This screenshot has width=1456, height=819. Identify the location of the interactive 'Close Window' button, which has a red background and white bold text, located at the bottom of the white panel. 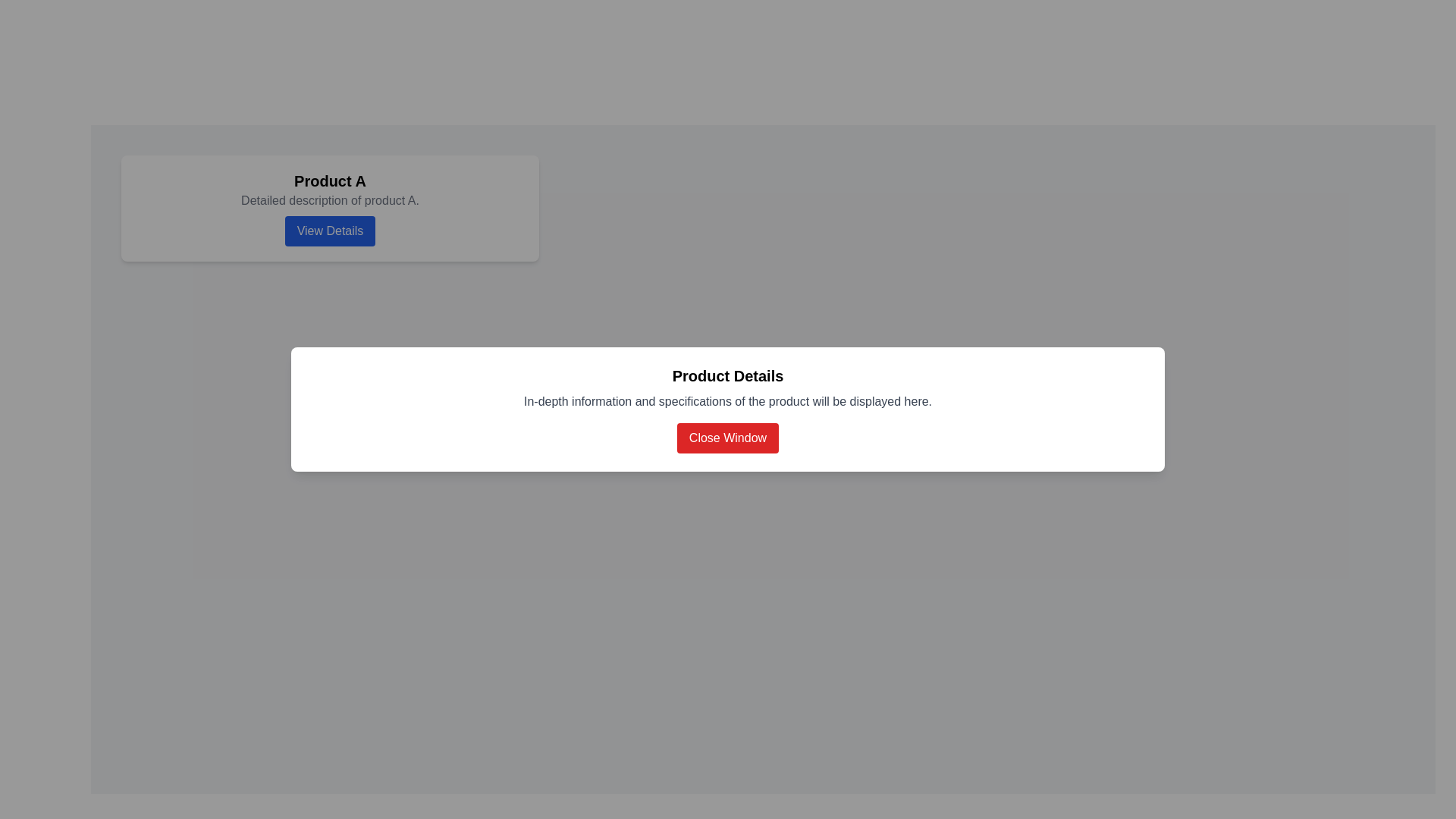
(728, 438).